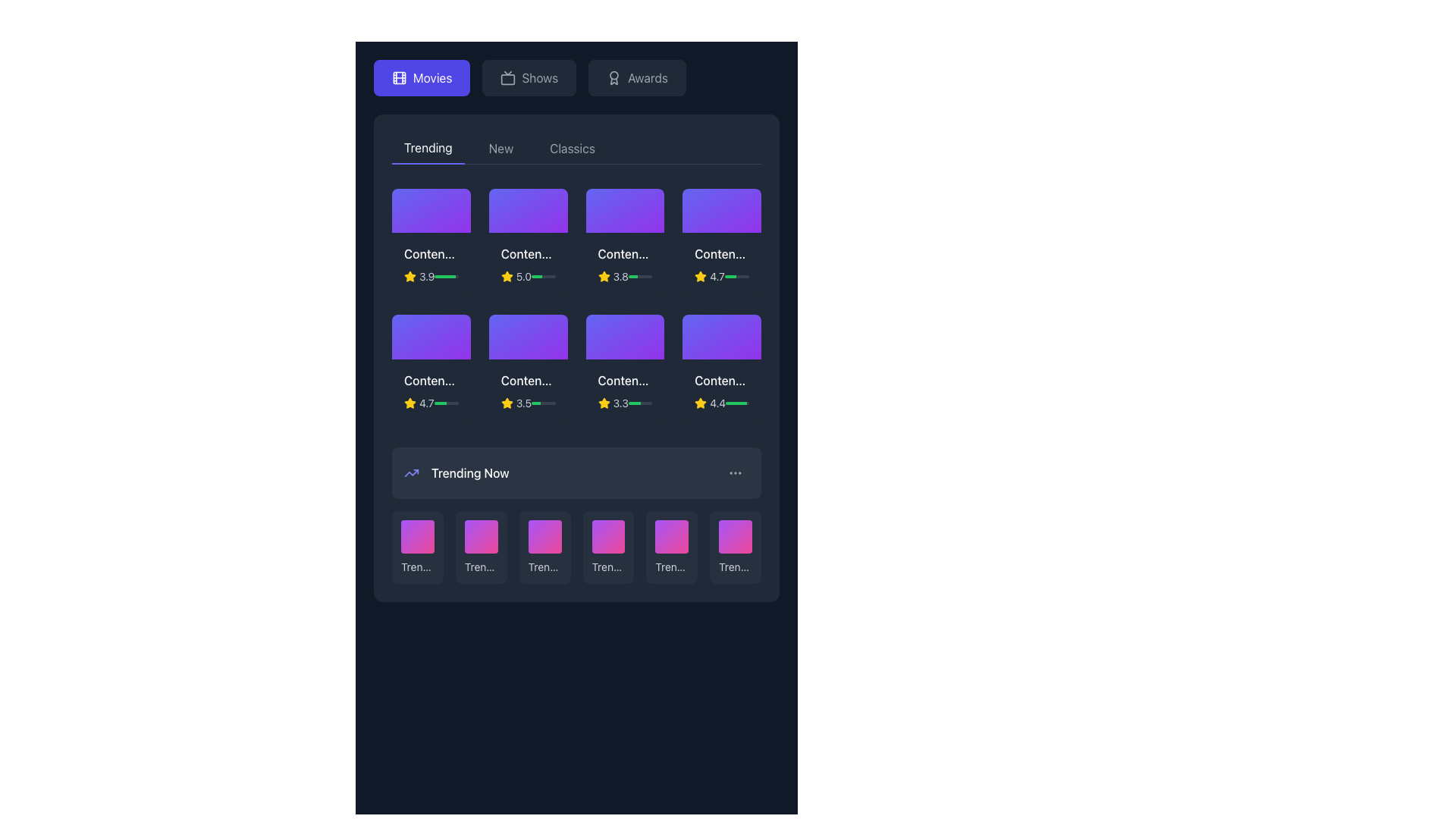 Image resolution: width=1456 pixels, height=819 pixels. What do you see at coordinates (430, 336) in the screenshot?
I see `the Decorative card located in the second row of the content grid, which is the first card in this row, directly beneath the first card of the first row` at bounding box center [430, 336].